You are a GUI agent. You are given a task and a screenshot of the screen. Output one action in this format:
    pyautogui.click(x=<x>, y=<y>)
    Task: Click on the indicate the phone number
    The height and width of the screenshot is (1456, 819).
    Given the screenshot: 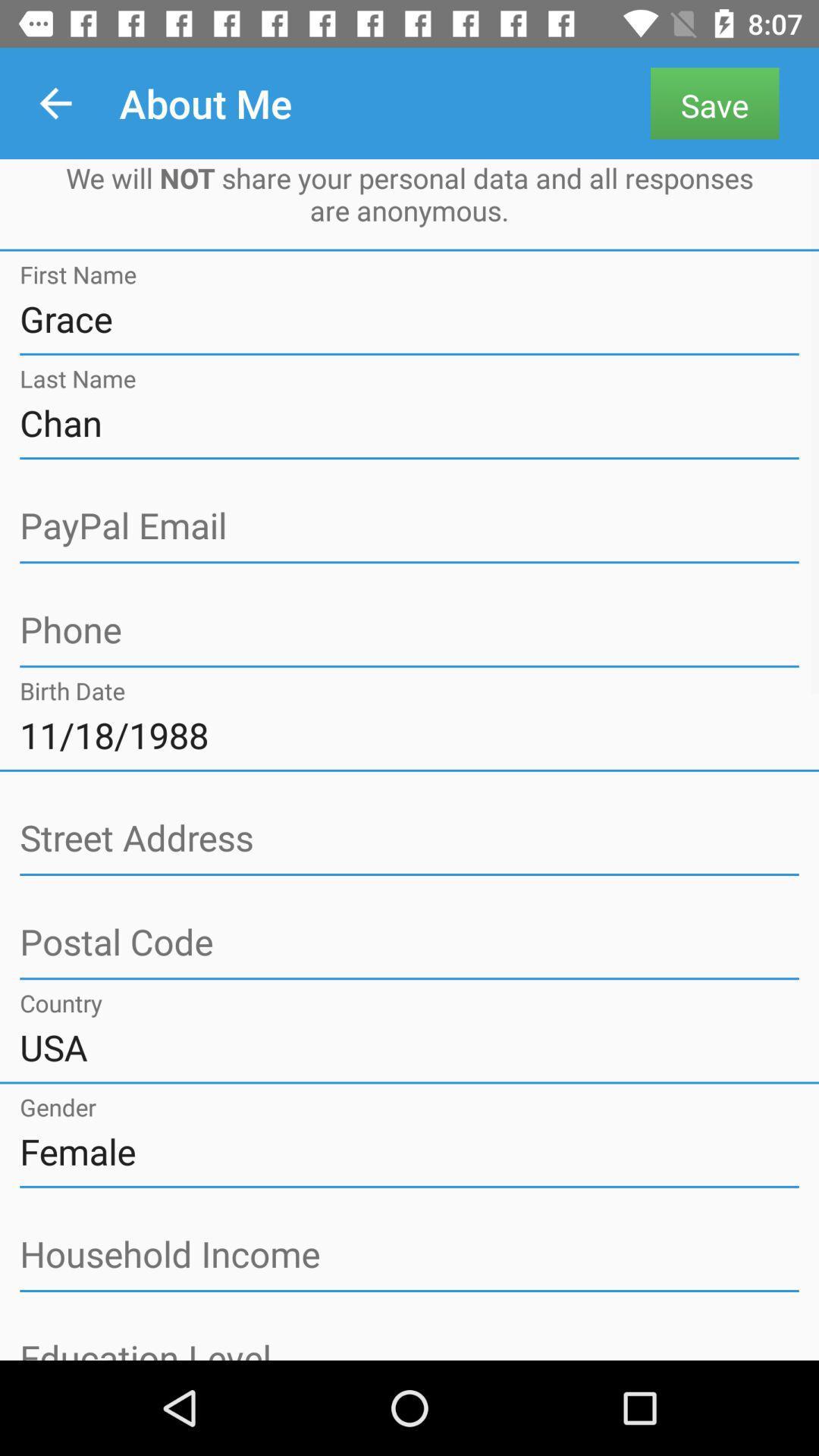 What is the action you would take?
    pyautogui.click(x=409, y=631)
    